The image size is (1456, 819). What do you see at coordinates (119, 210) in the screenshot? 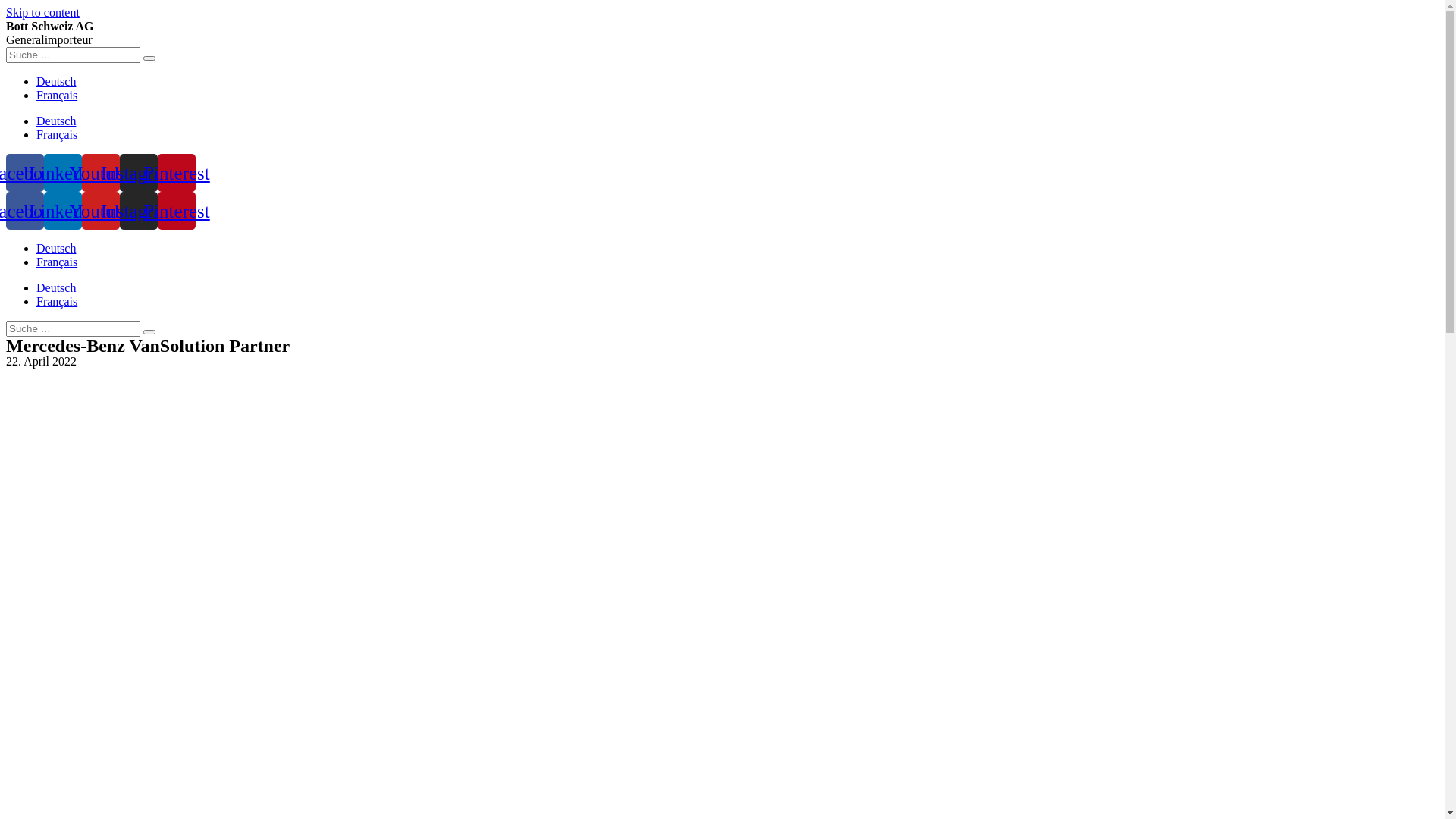
I see `'Instagram'` at bounding box center [119, 210].